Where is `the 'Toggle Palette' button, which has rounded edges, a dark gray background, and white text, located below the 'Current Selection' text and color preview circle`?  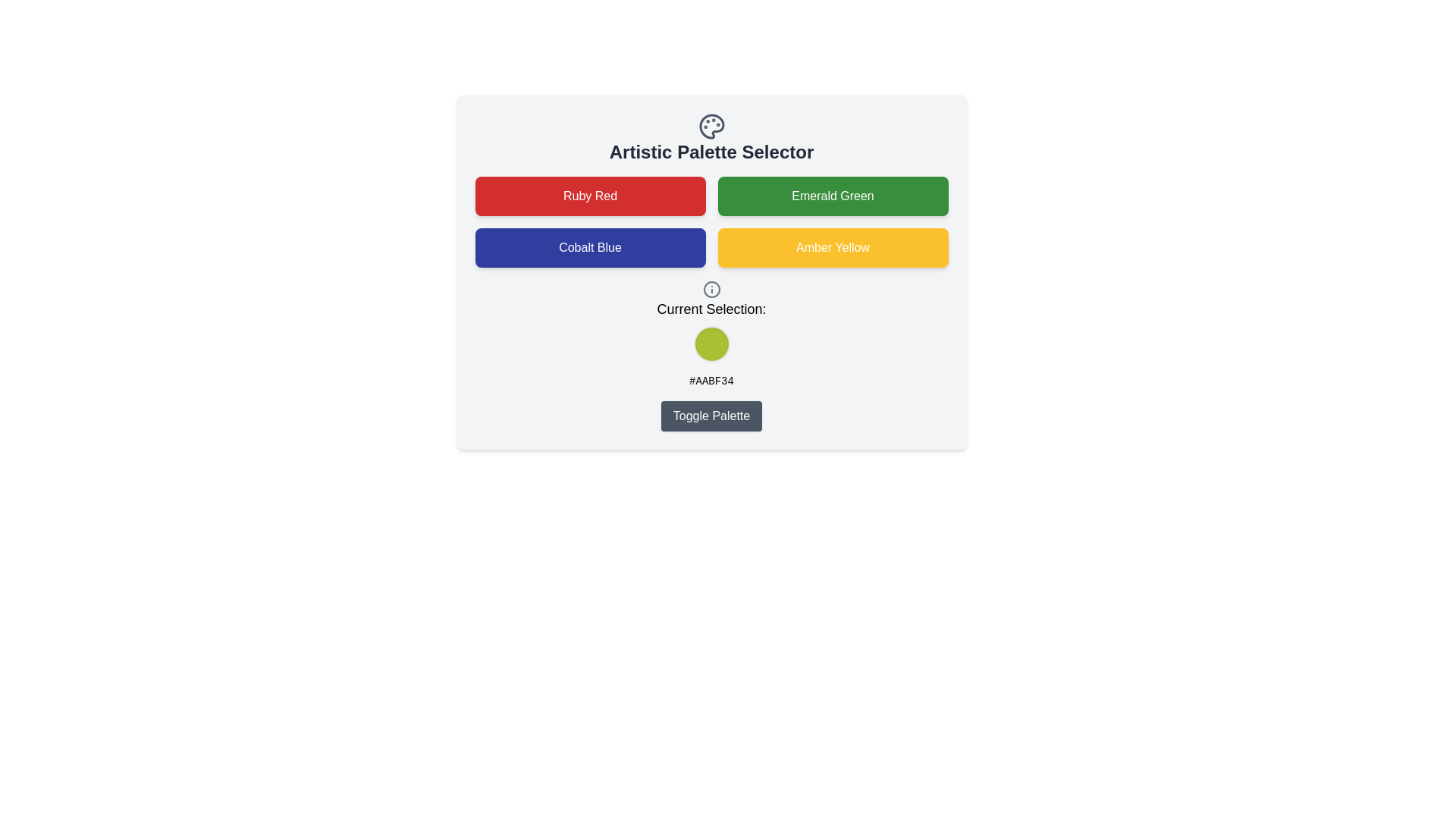
the 'Toggle Palette' button, which has rounded edges, a dark gray background, and white text, located below the 'Current Selection' text and color preview circle is located at coordinates (711, 416).